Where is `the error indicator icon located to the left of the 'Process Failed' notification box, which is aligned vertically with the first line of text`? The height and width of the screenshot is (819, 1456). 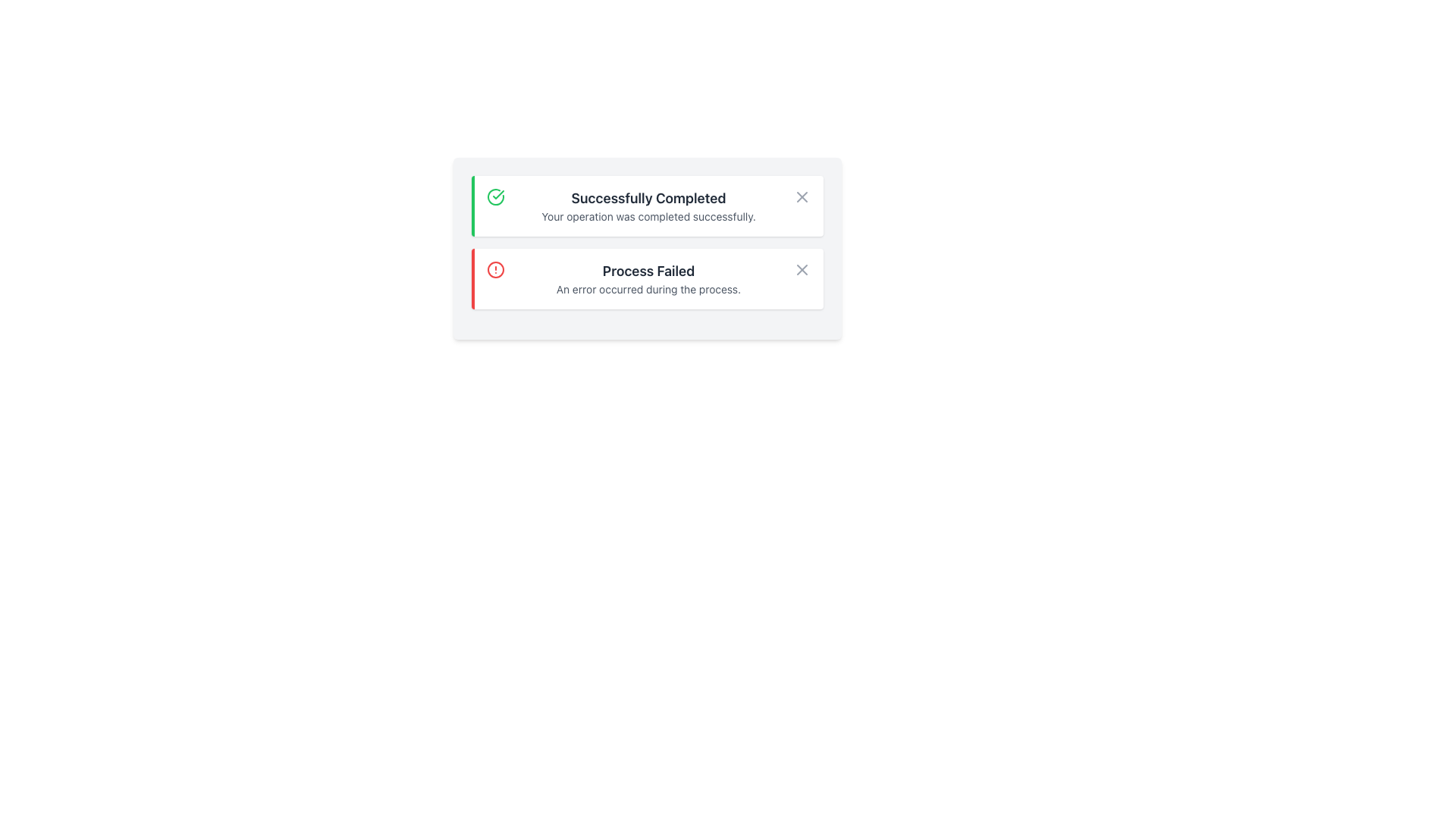 the error indicator icon located to the left of the 'Process Failed' notification box, which is aligned vertically with the first line of text is located at coordinates (495, 268).